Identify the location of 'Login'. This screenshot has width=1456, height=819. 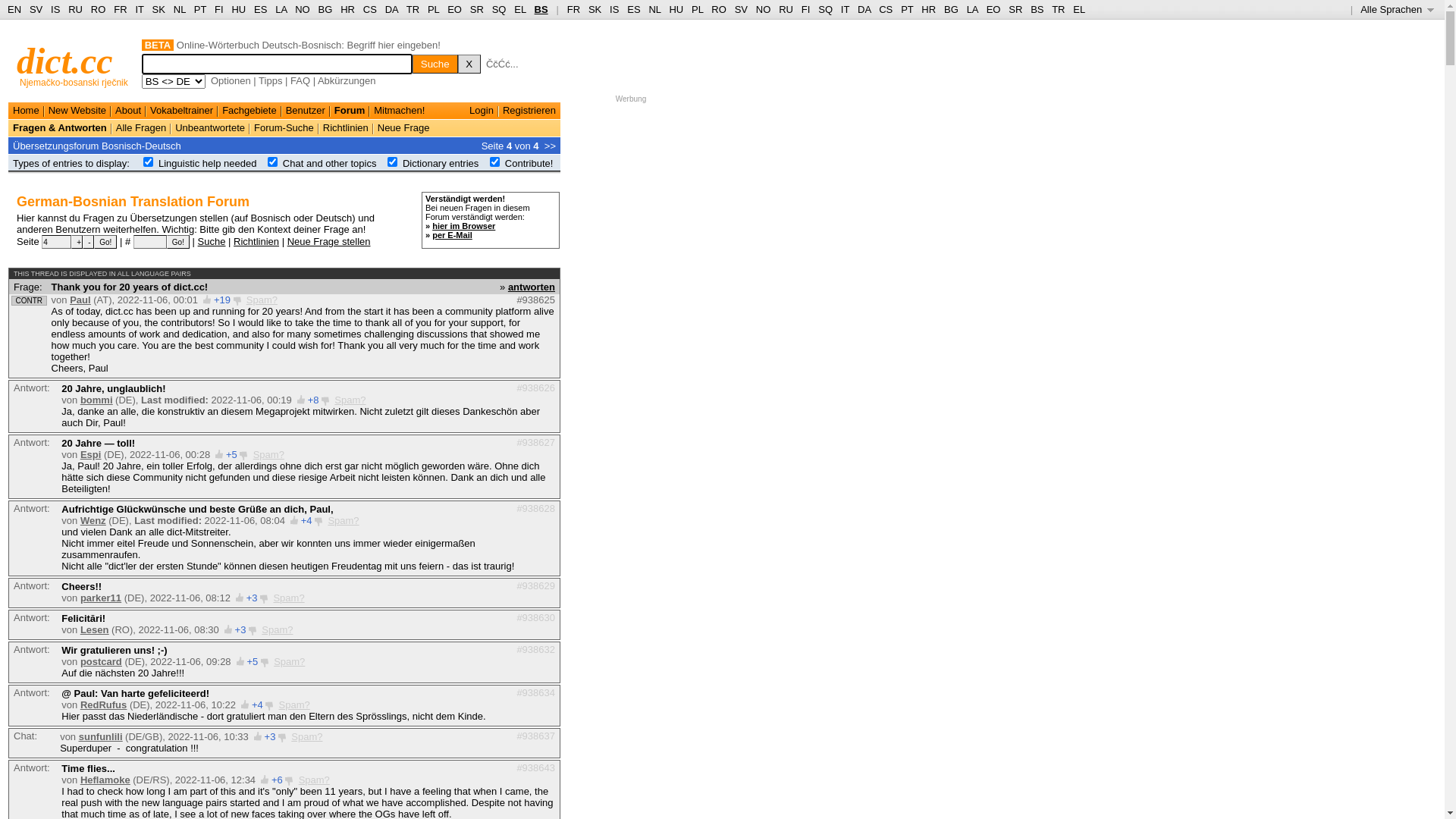
(480, 109).